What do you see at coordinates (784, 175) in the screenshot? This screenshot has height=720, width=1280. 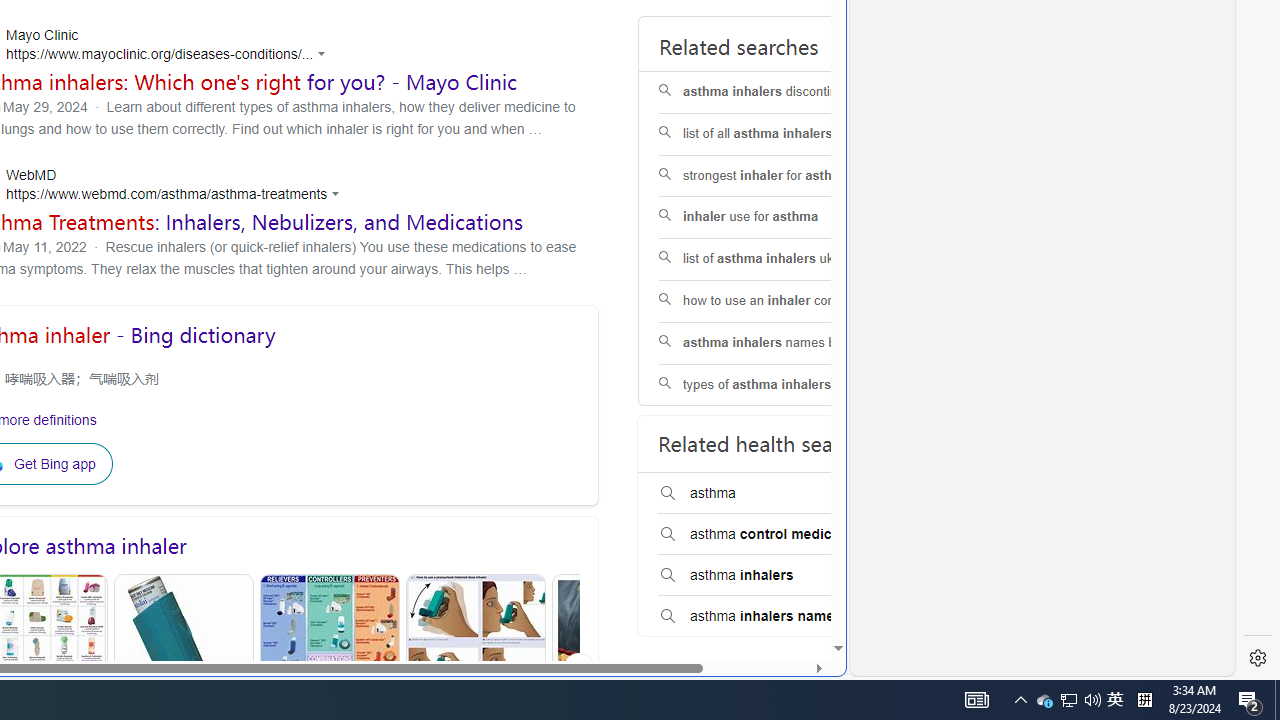 I see `'strongest inhaler for asthma'` at bounding box center [784, 175].